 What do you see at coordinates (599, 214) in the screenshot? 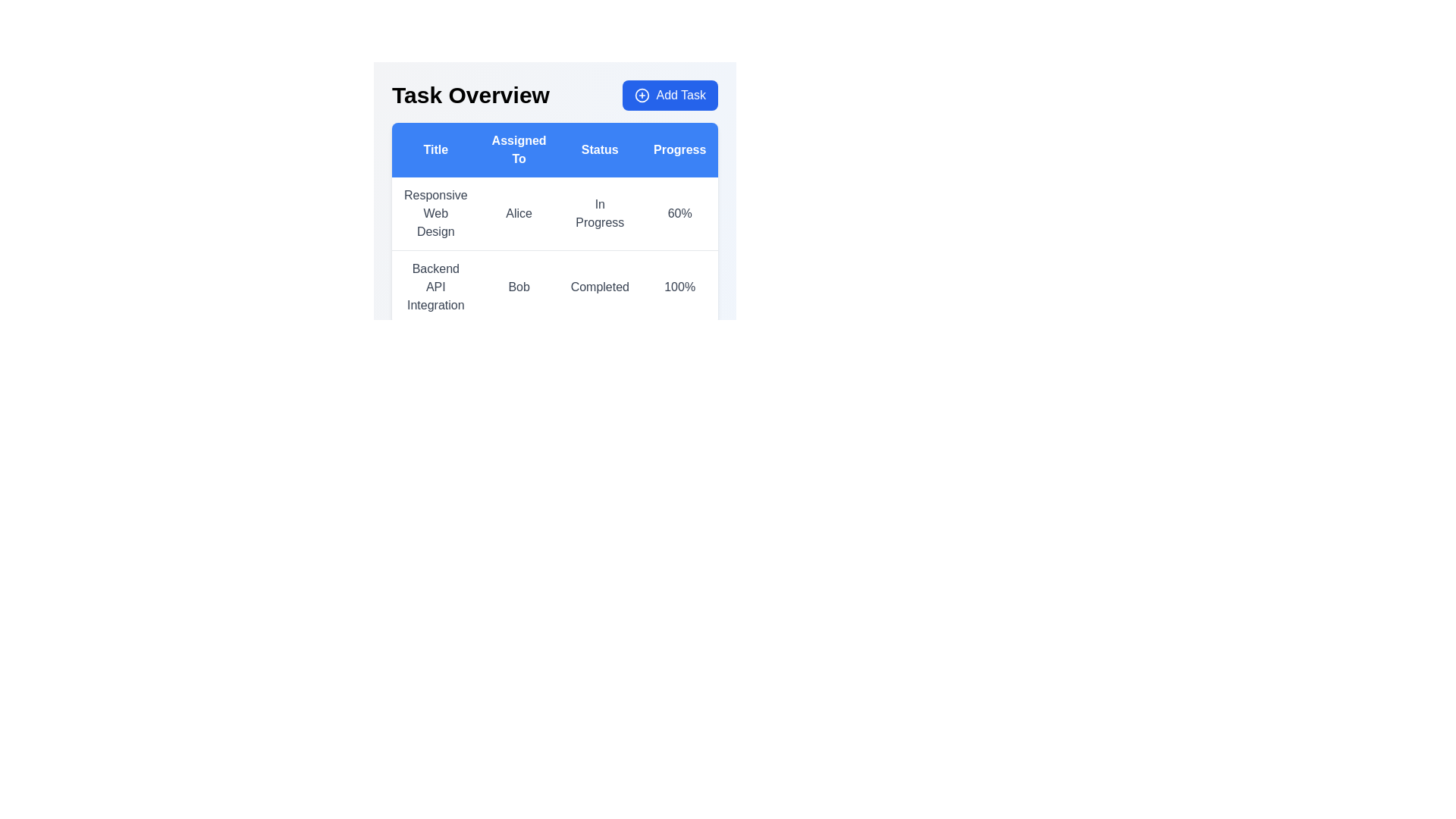
I see `the static text label indicating the current status of the task, located under the 'Status' column in the tabular layout, next to 'Responsive Web Design' and '60%'` at bounding box center [599, 214].